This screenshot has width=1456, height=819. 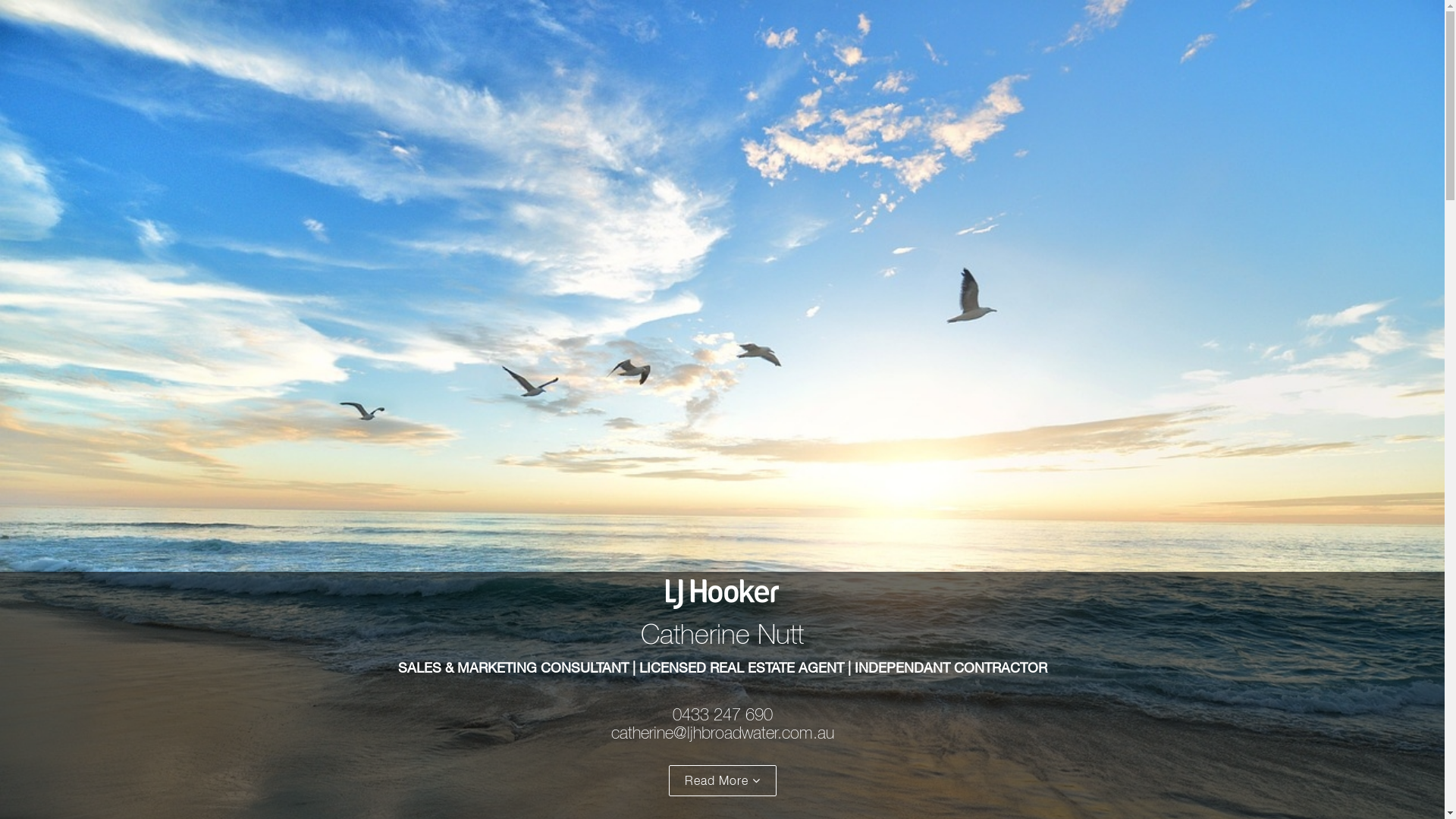 I want to click on 'Read More', so click(x=668, y=780).